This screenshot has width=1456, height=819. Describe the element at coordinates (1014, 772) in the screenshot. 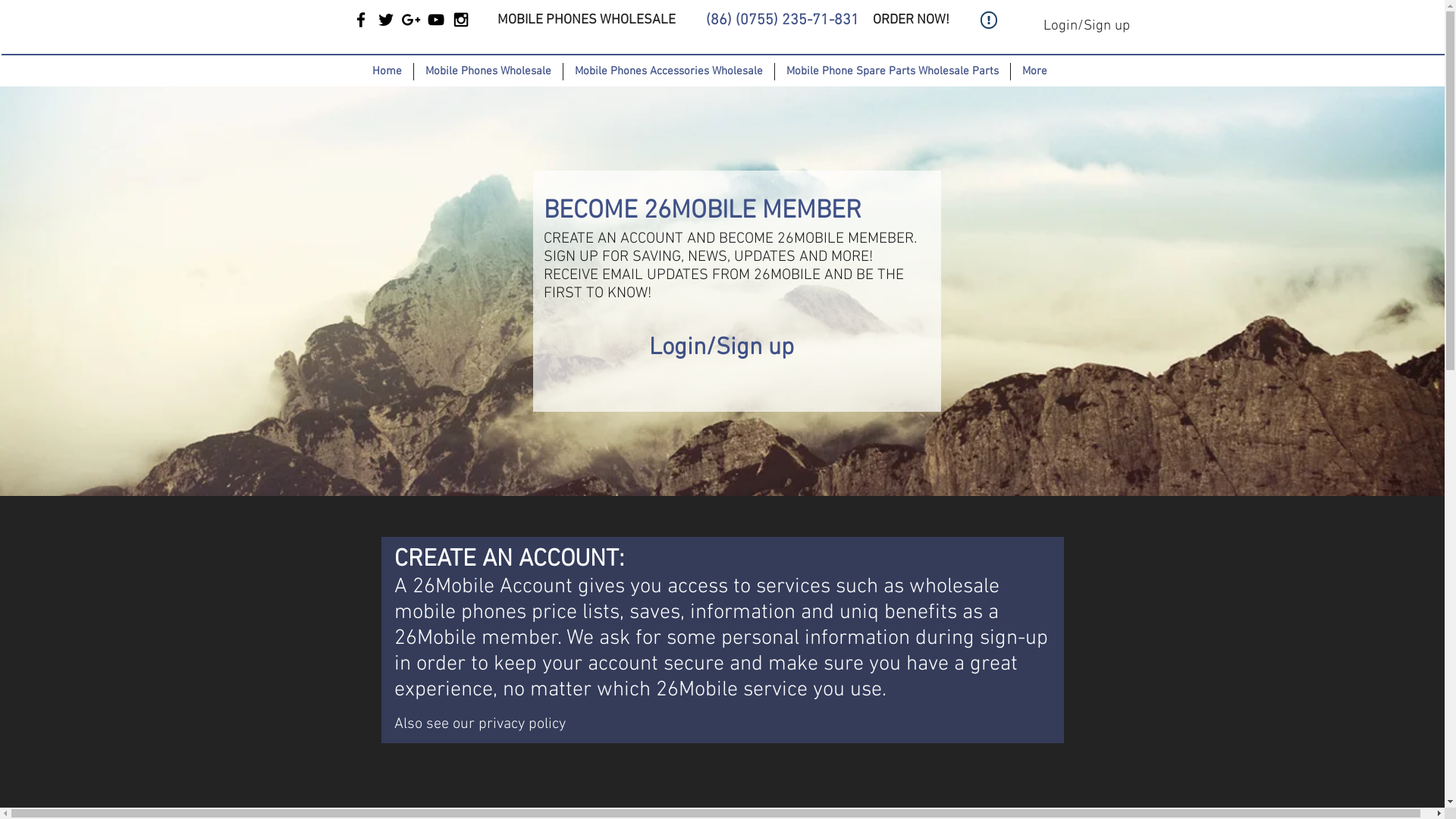

I see `'Back to Top'` at that location.